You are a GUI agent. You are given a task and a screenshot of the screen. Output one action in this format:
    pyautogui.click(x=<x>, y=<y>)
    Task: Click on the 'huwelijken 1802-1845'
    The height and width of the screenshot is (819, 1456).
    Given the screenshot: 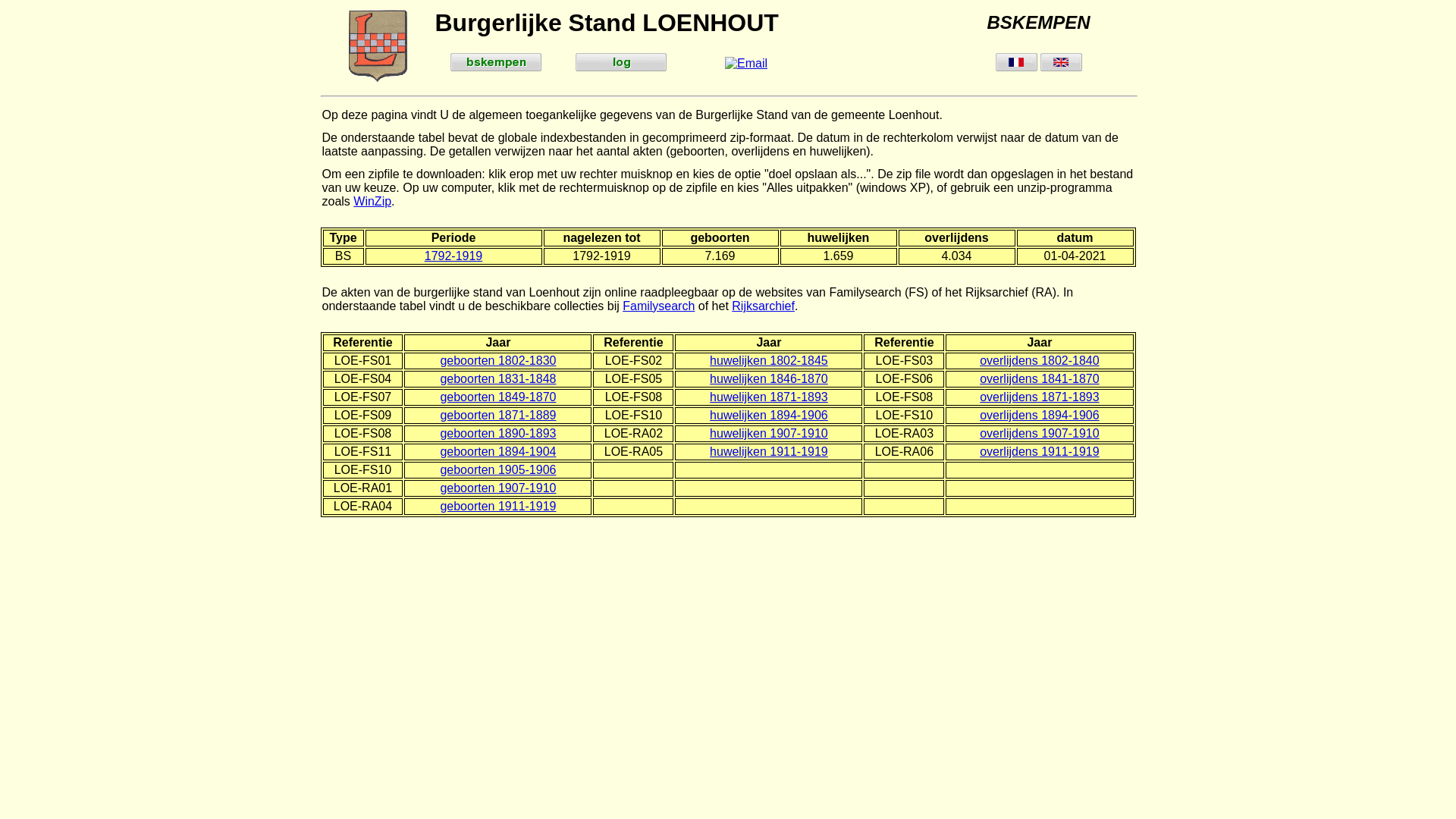 What is the action you would take?
    pyautogui.click(x=768, y=360)
    